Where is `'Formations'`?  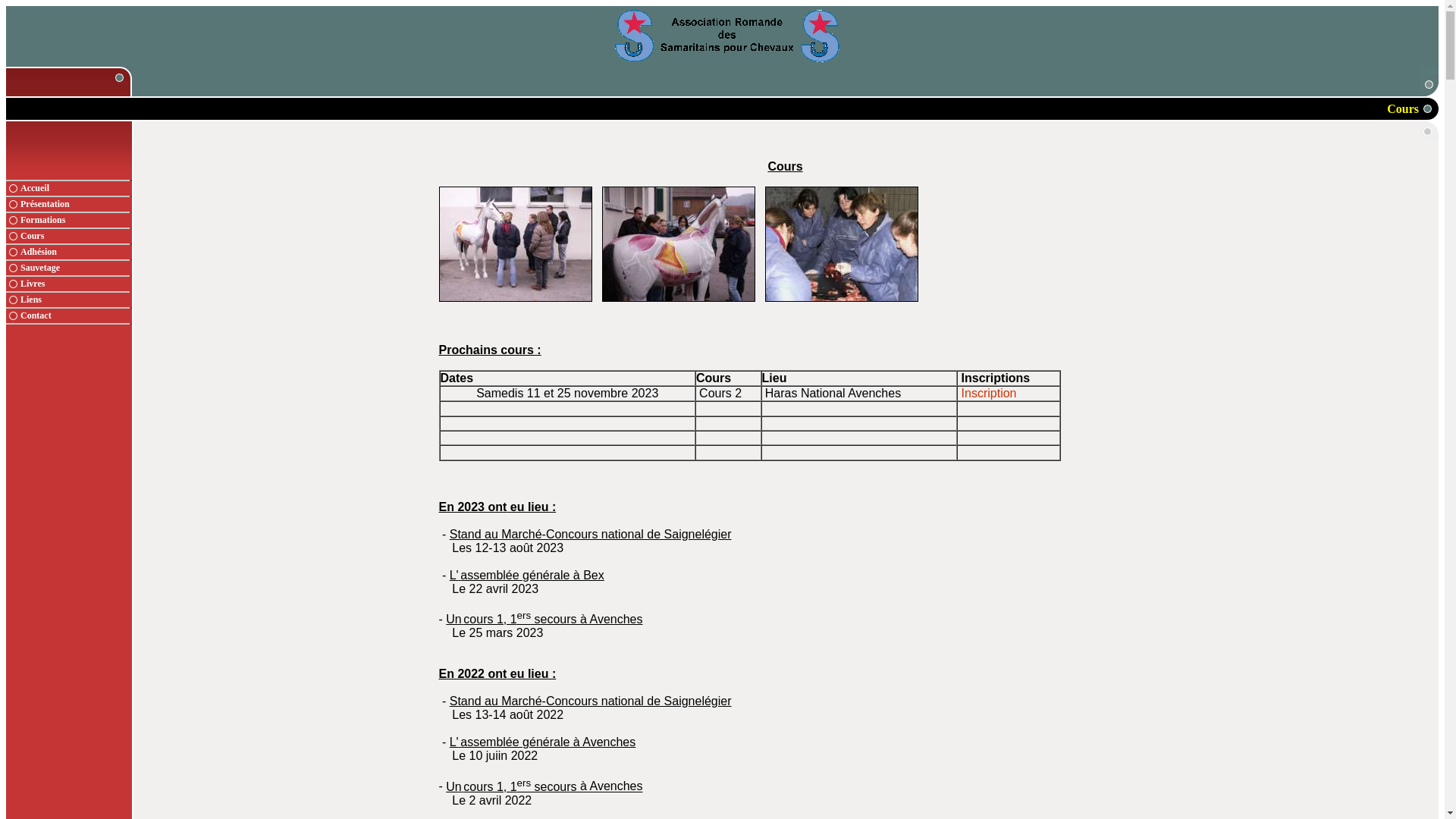
'Formations' is located at coordinates (20, 220).